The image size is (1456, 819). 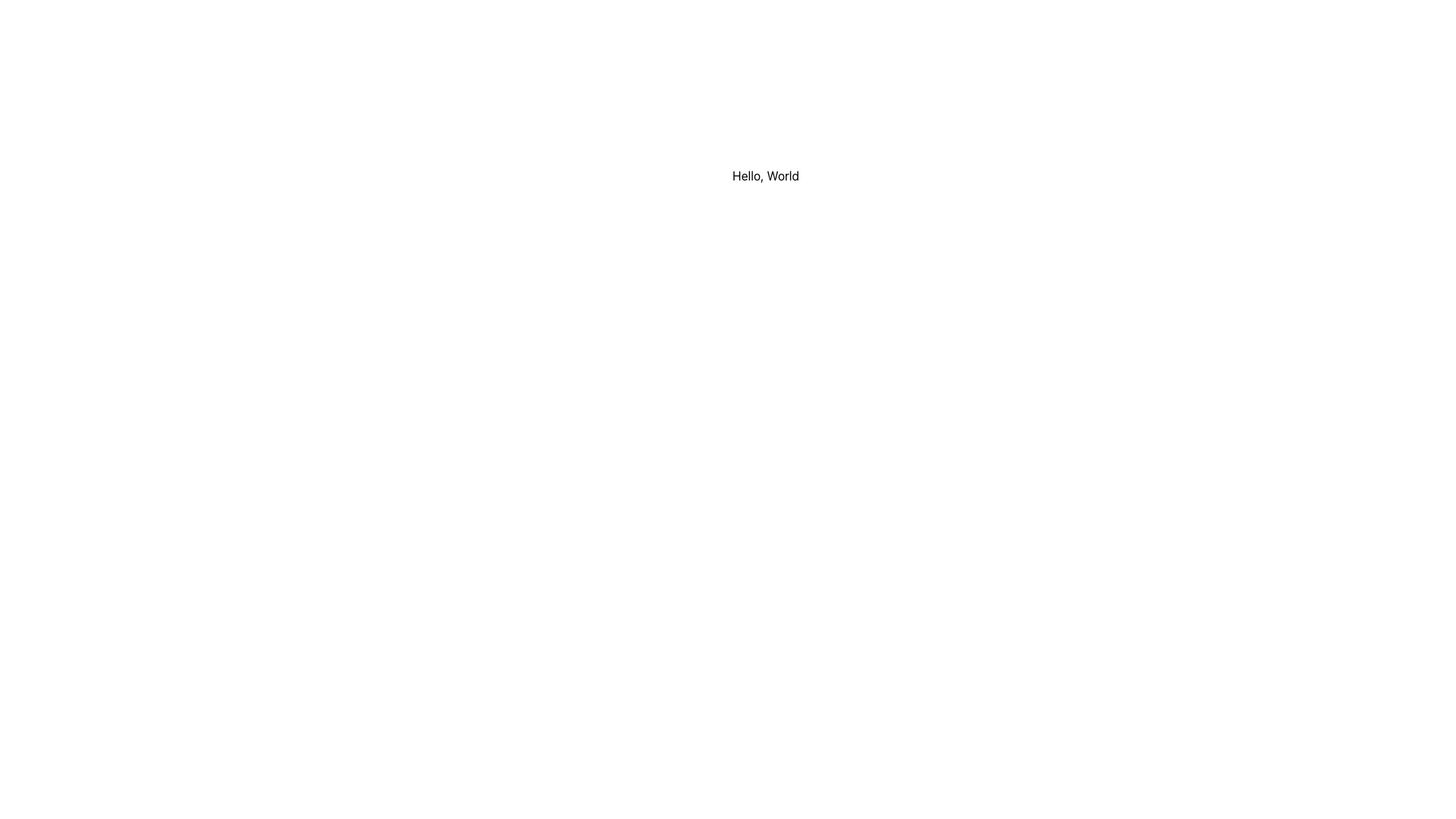 I want to click on the static text display element that shows the message 'Hello, World' to users, so click(x=765, y=174).